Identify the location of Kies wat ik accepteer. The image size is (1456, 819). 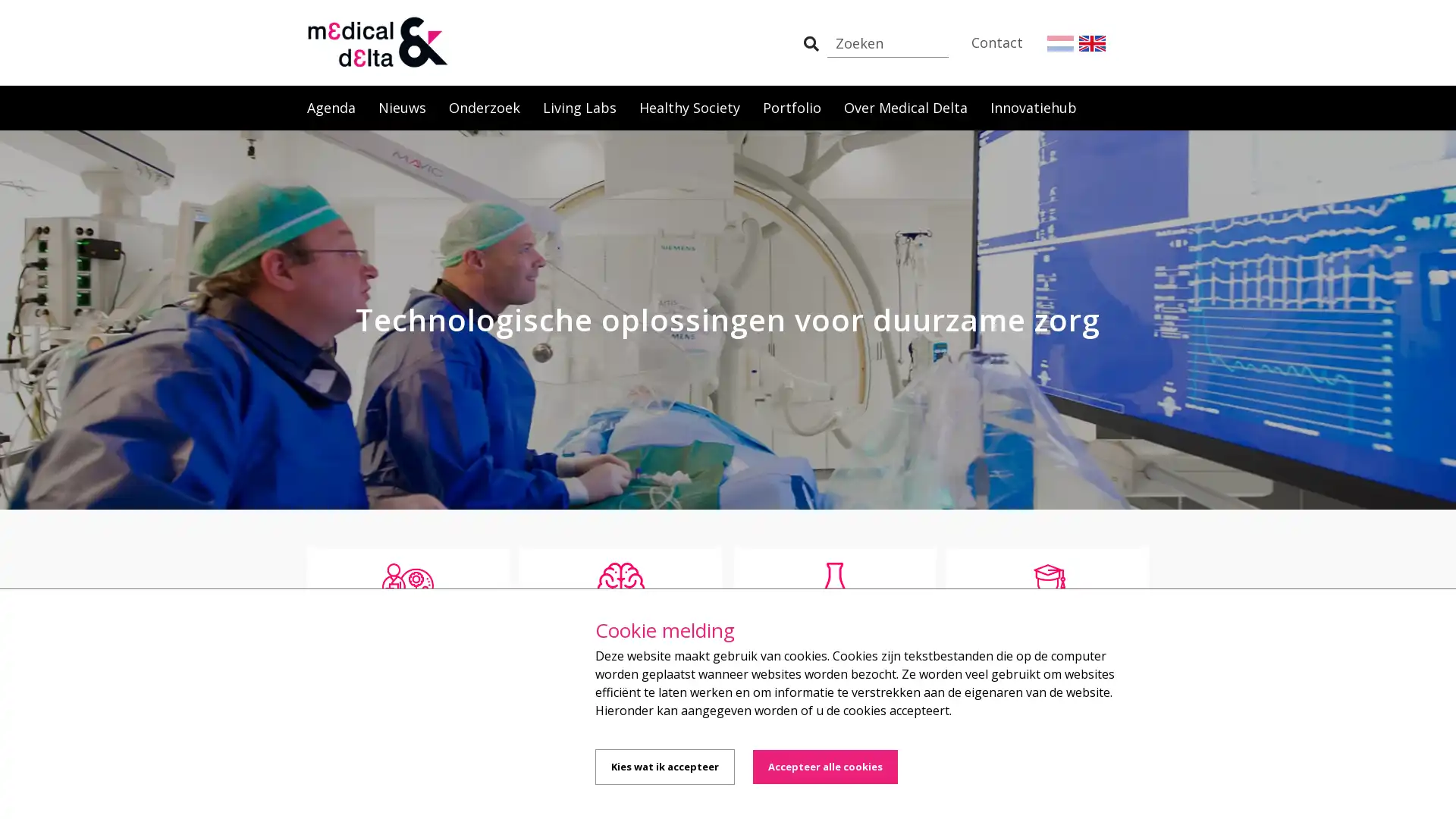
(665, 767).